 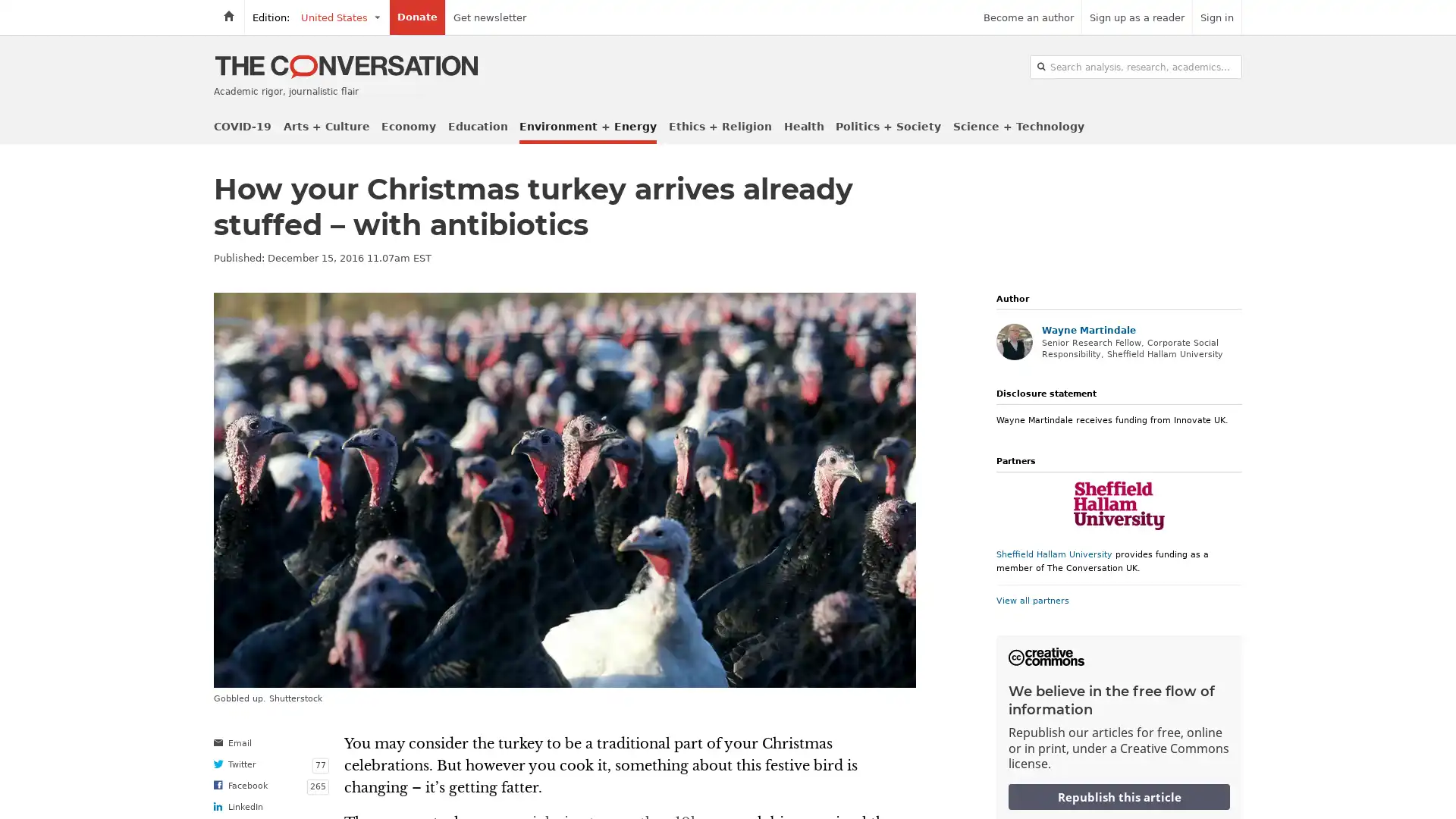 I want to click on Republish this article, so click(x=1119, y=795).